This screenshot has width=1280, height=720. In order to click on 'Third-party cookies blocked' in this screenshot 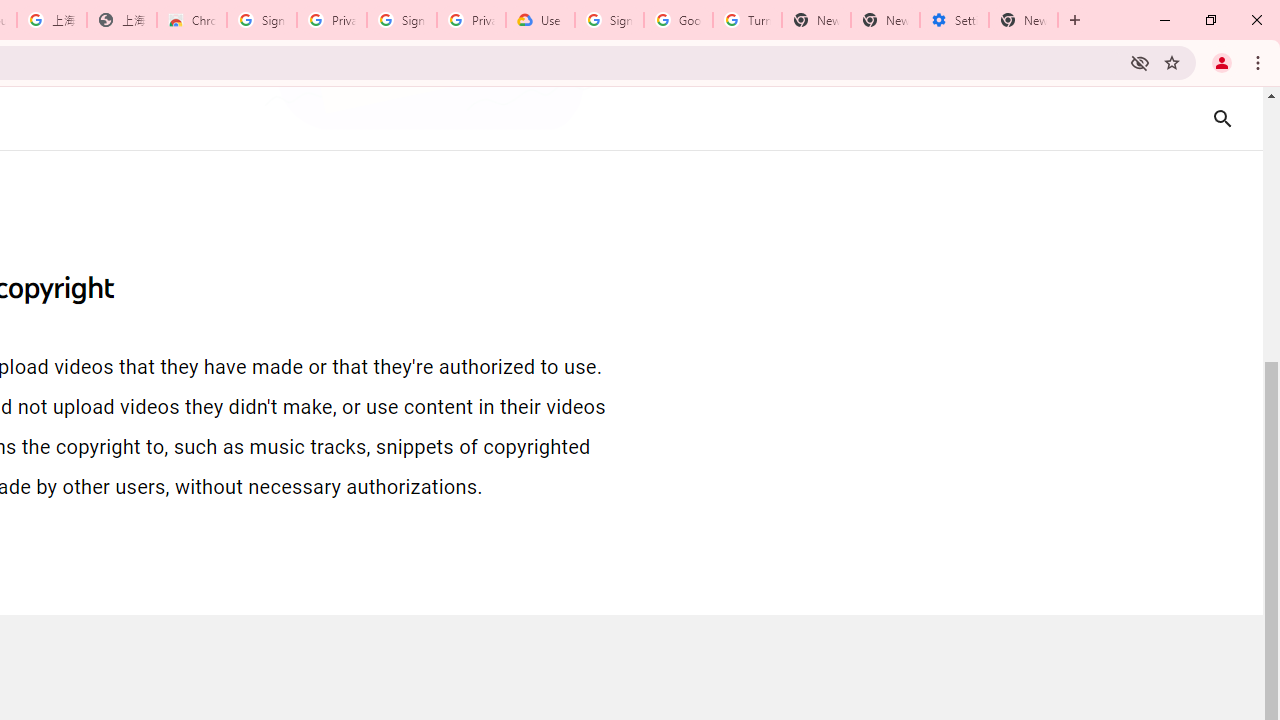, I will do `click(1139, 61)`.